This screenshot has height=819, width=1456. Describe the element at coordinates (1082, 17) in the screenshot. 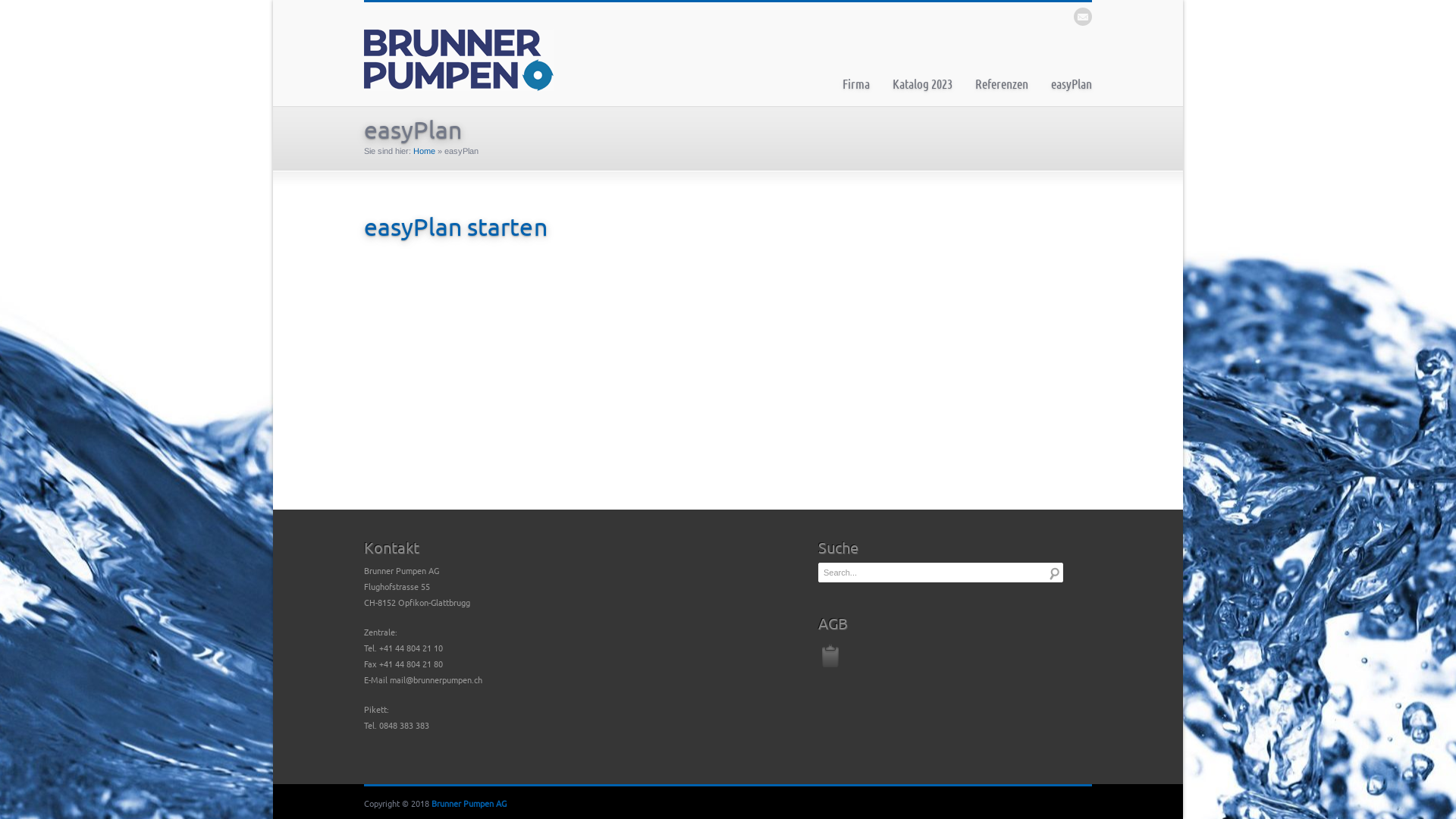

I see `'email'` at that location.